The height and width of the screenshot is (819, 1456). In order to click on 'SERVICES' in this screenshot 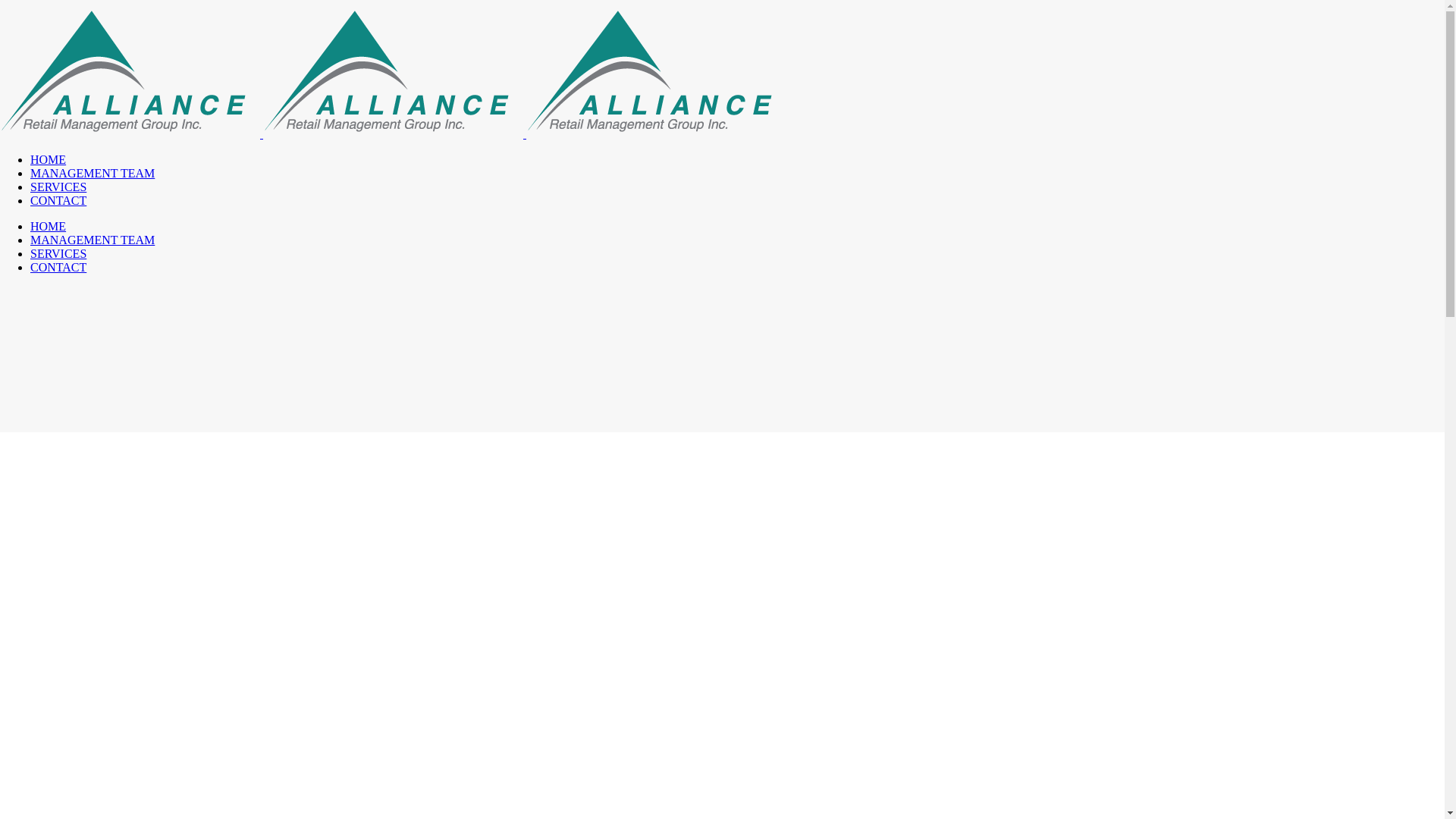, I will do `click(30, 253)`.